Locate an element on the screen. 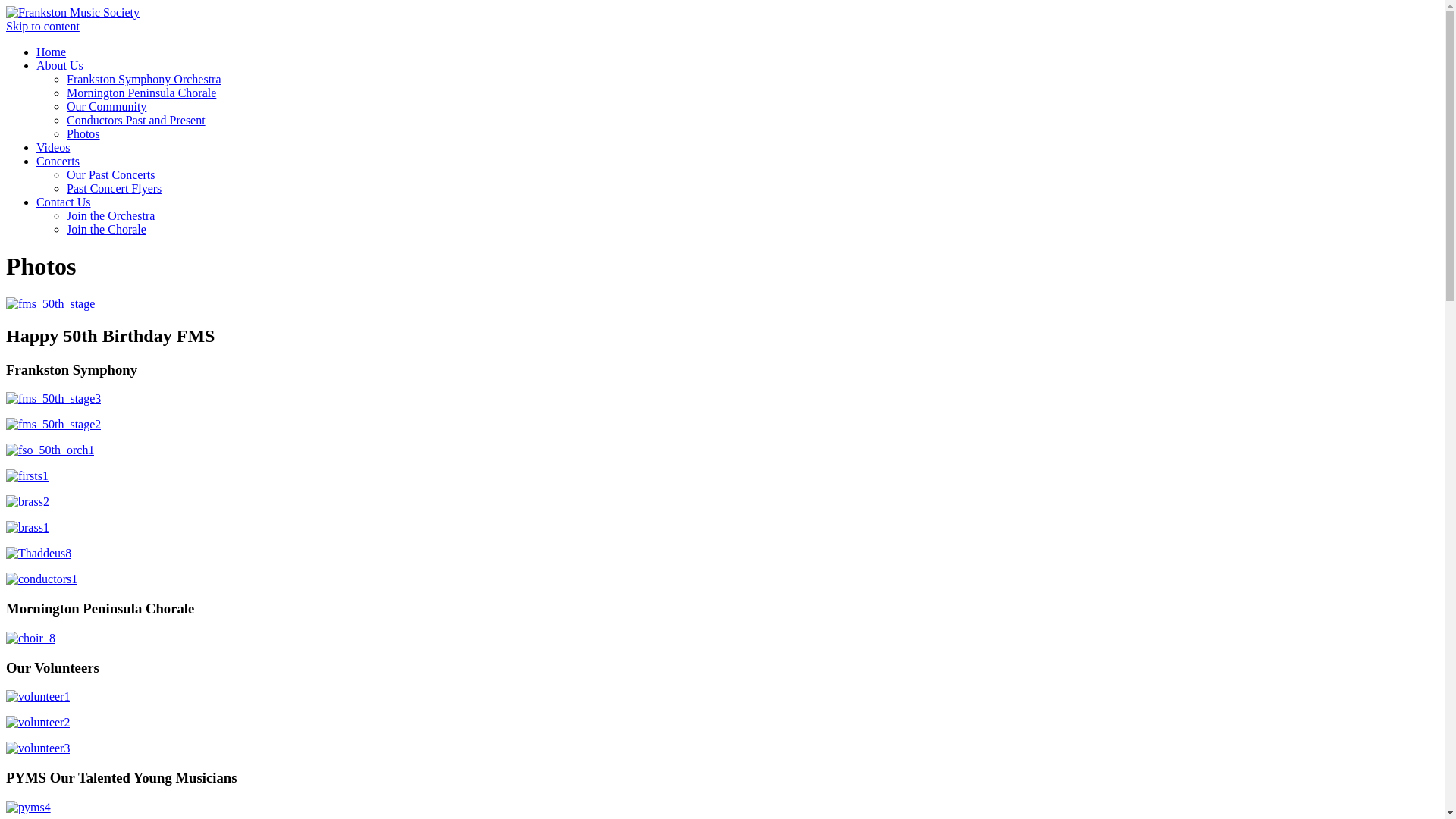 The width and height of the screenshot is (1456, 819). 'Skip to content' is located at coordinates (6, 26).